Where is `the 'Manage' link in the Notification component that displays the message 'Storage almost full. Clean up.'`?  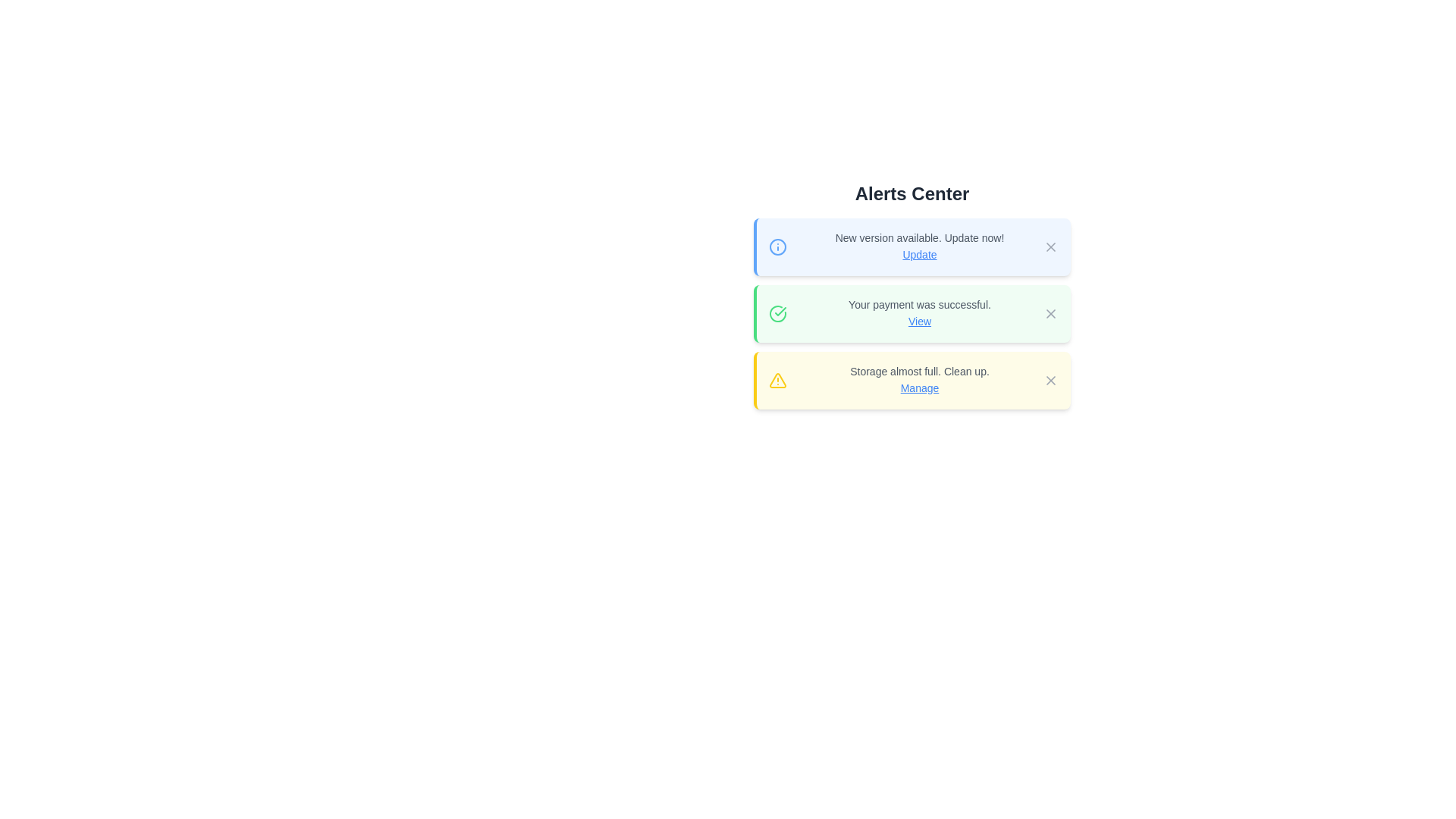
the 'Manage' link in the Notification component that displays the message 'Storage almost full. Clean up.' is located at coordinates (912, 379).